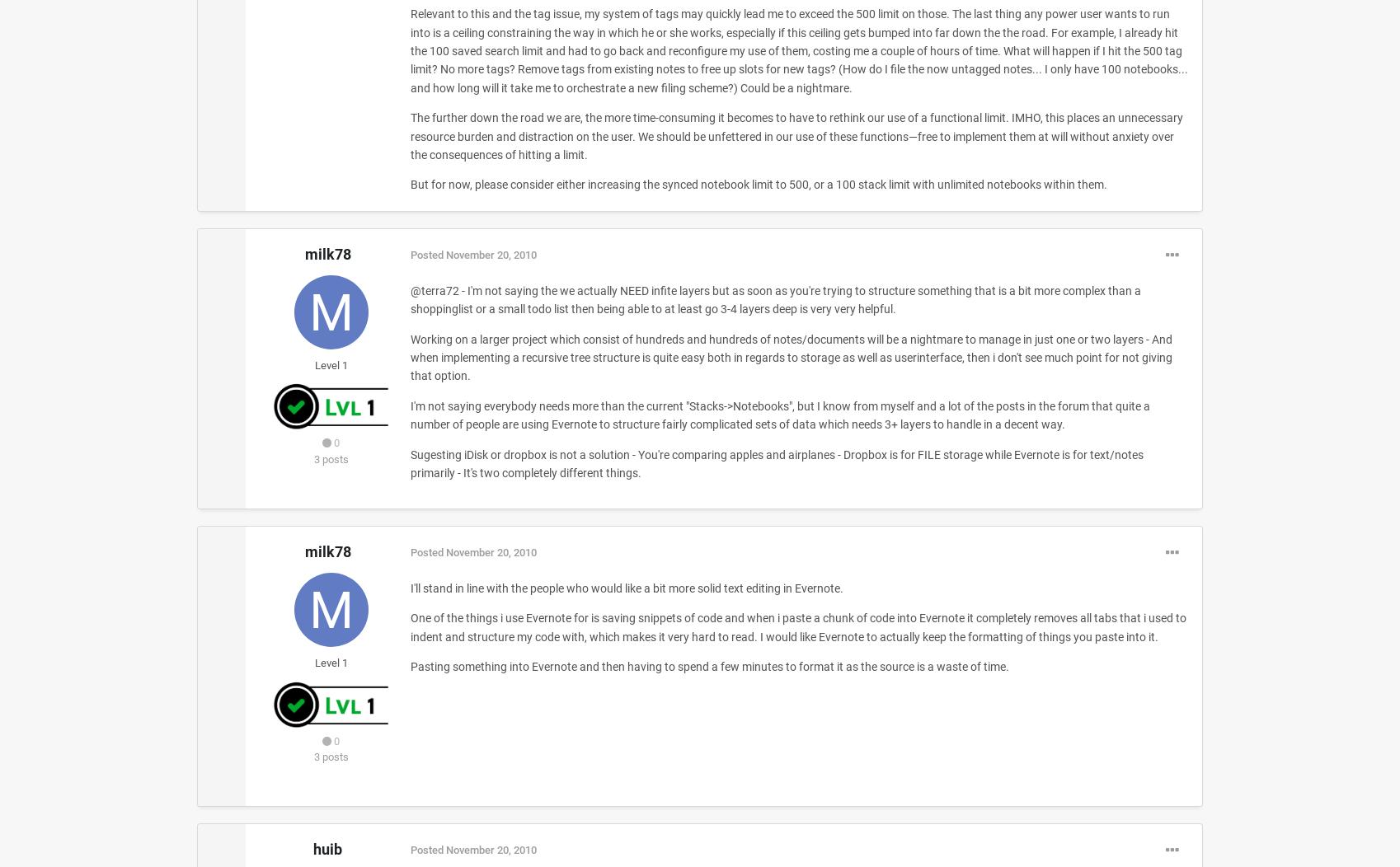 This screenshot has height=867, width=1400. I want to click on 'I'm not saying everybody needs more than the current "Stacks->Notebooks", but I know from myself and a lot of the posts in the forum that quite a number of people are using Evernote to structure fairly complicated sets of data which needs 3+ layers to handle in a decent way.', so click(778, 414).